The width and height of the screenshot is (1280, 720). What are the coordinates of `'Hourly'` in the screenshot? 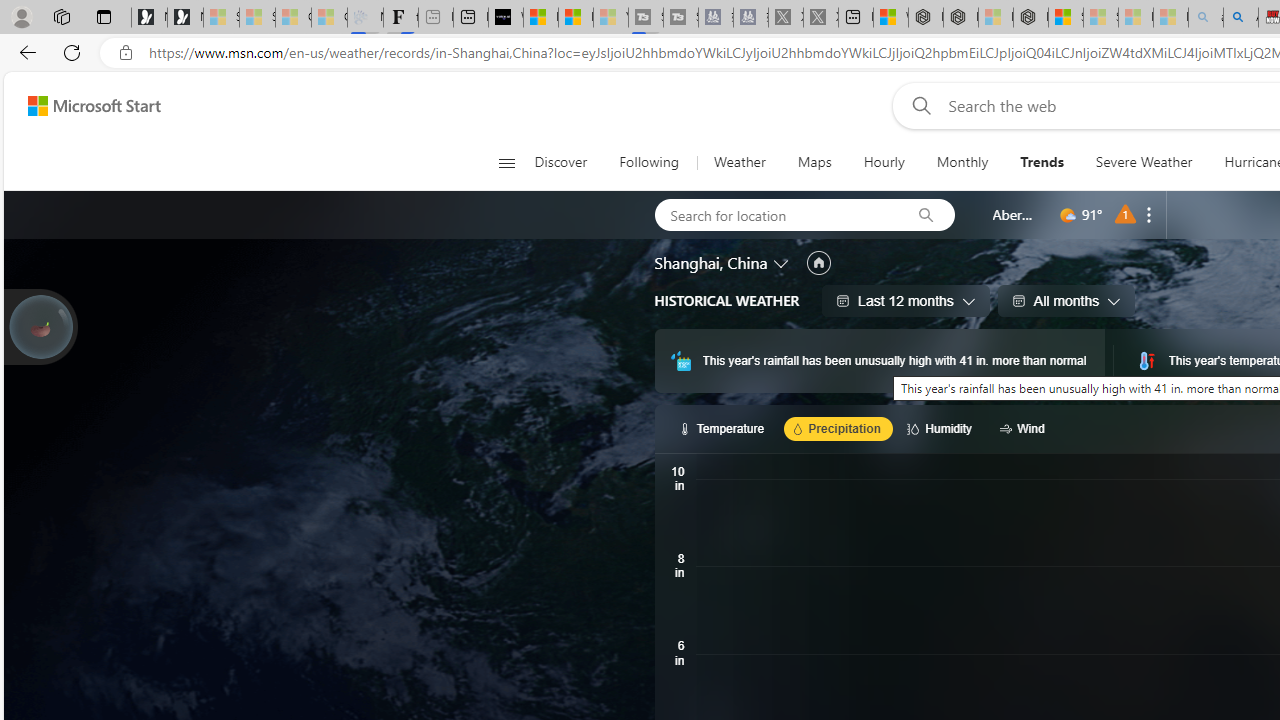 It's located at (883, 162).